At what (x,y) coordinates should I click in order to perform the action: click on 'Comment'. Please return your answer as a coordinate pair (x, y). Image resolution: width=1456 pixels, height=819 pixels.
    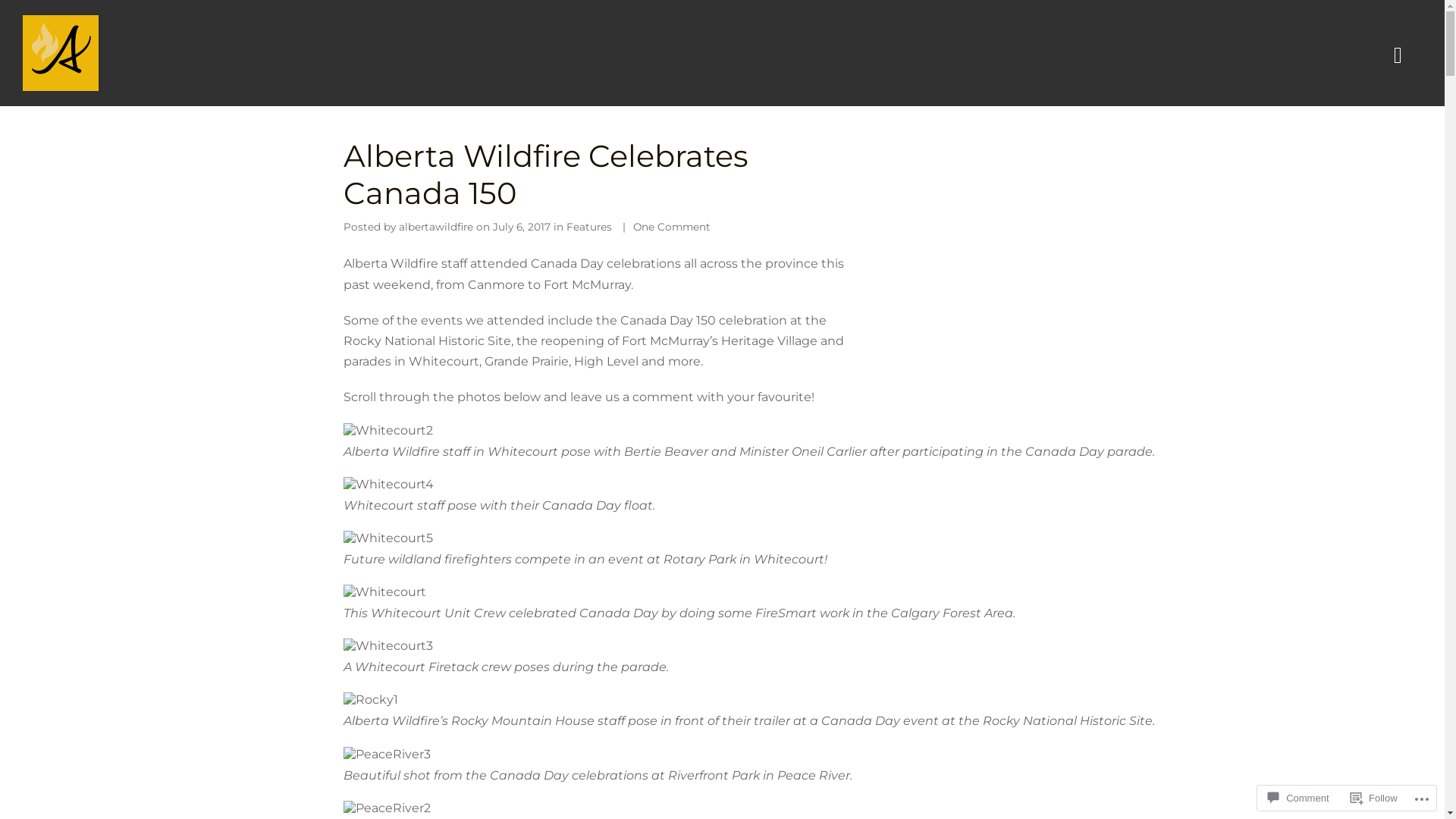
    Looking at the image, I should click on (1298, 797).